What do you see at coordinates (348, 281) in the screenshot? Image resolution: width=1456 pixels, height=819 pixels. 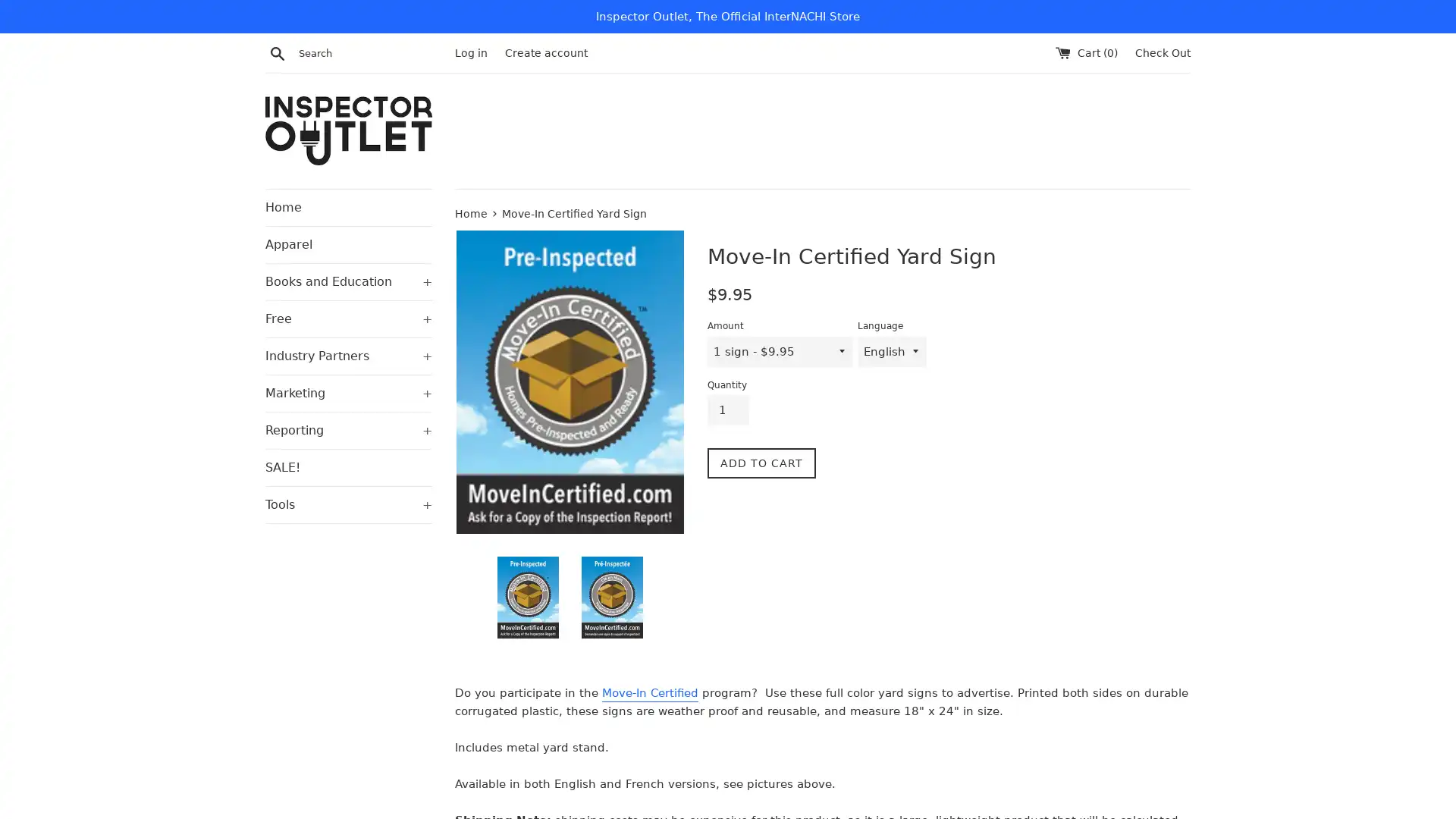 I see `Books and Education +` at bounding box center [348, 281].